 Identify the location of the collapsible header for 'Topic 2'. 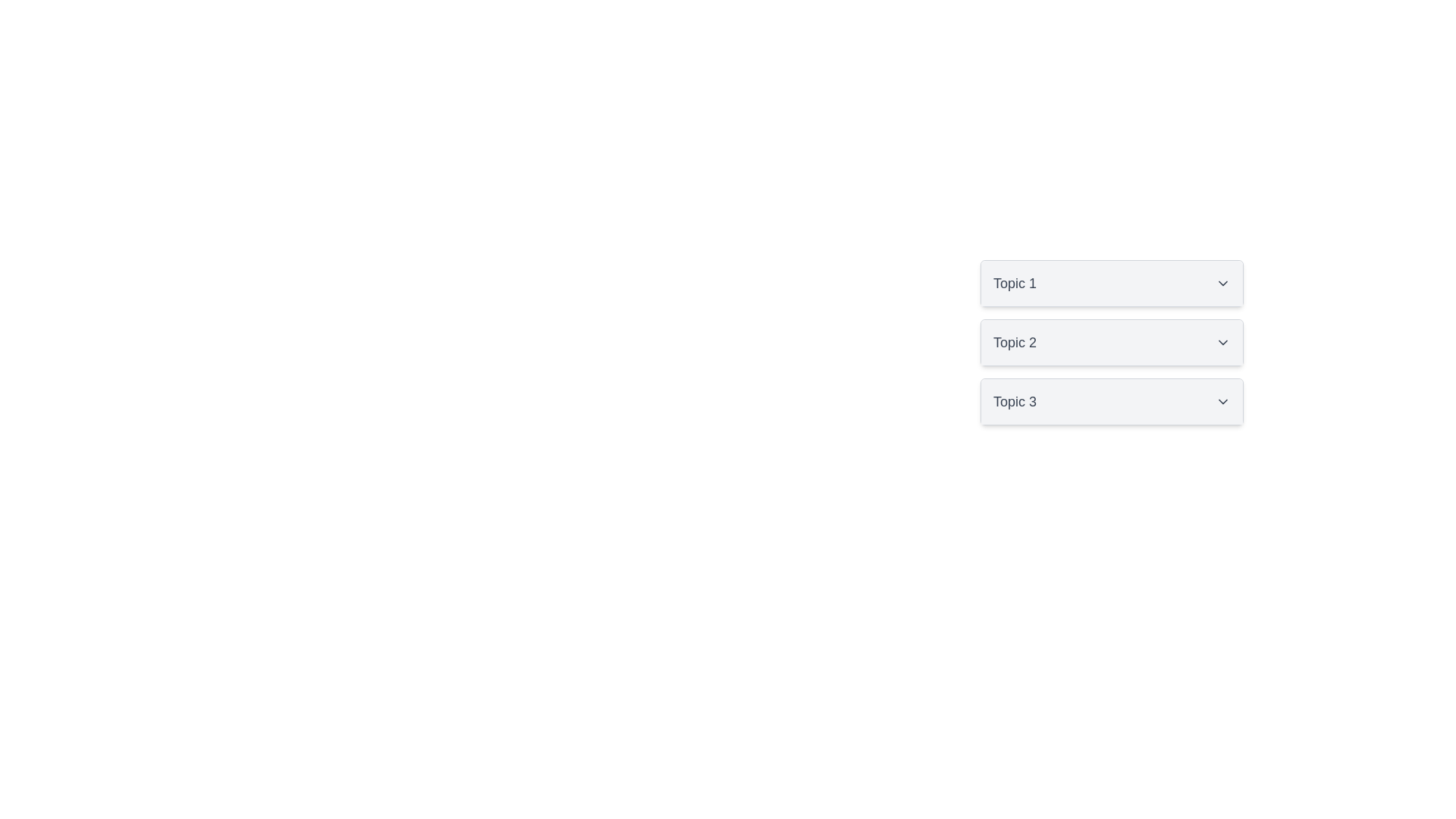
(1112, 348).